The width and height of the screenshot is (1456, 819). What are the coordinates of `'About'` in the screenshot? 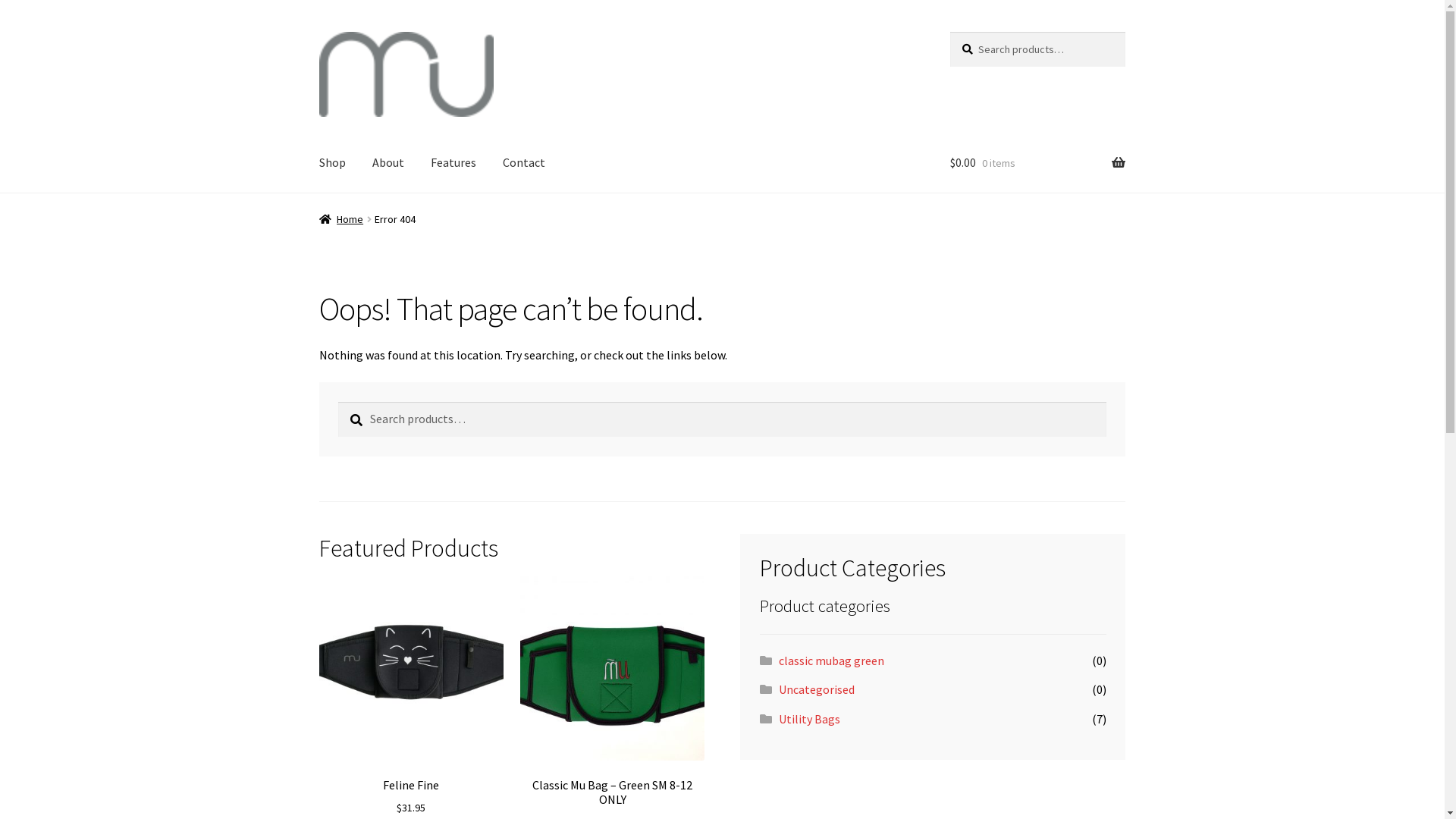 It's located at (388, 164).